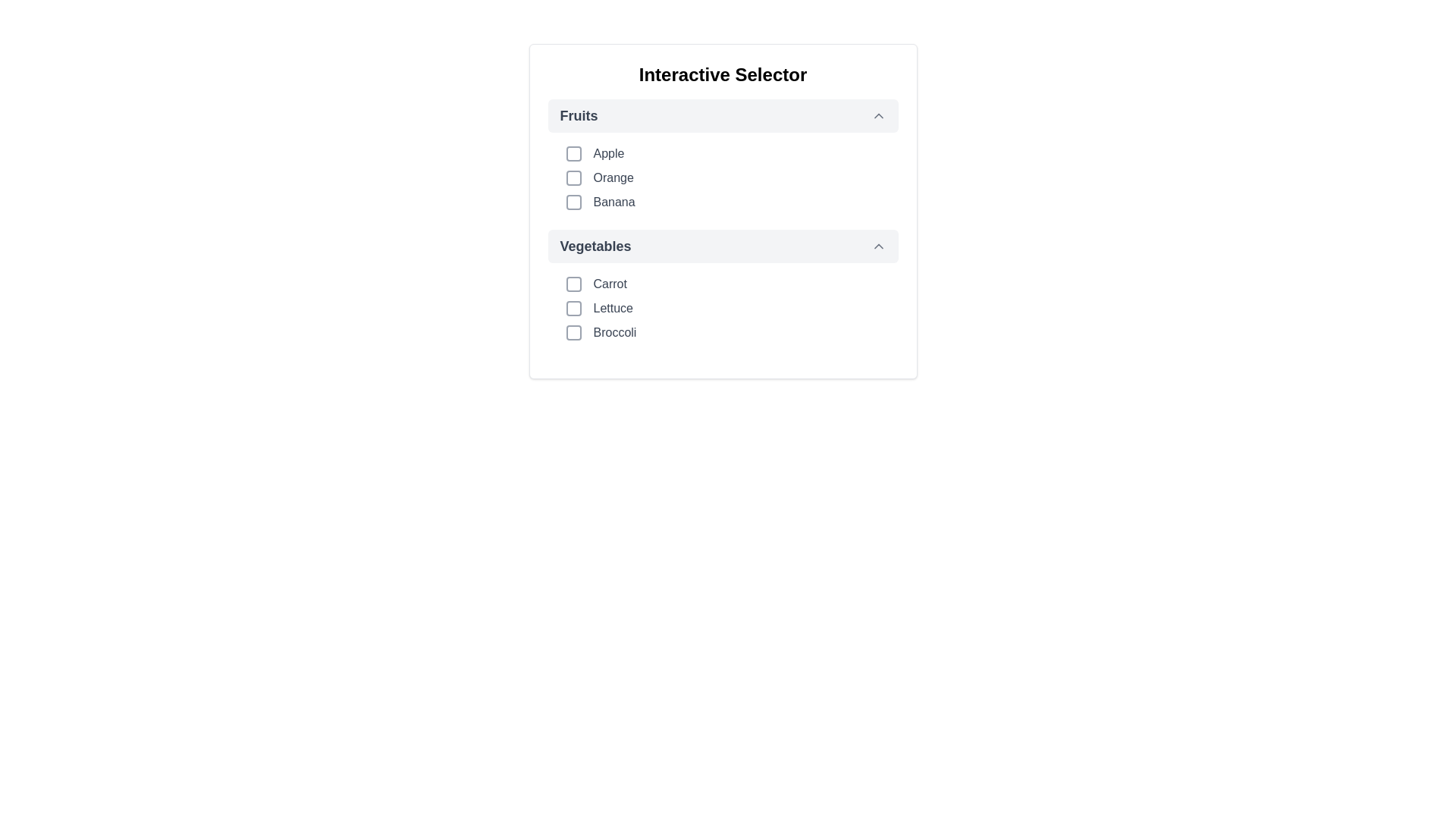 The width and height of the screenshot is (1456, 819). What do you see at coordinates (573, 177) in the screenshot?
I see `the checkbox located to the left of the text 'Orange' under the 'Fruits' section` at bounding box center [573, 177].